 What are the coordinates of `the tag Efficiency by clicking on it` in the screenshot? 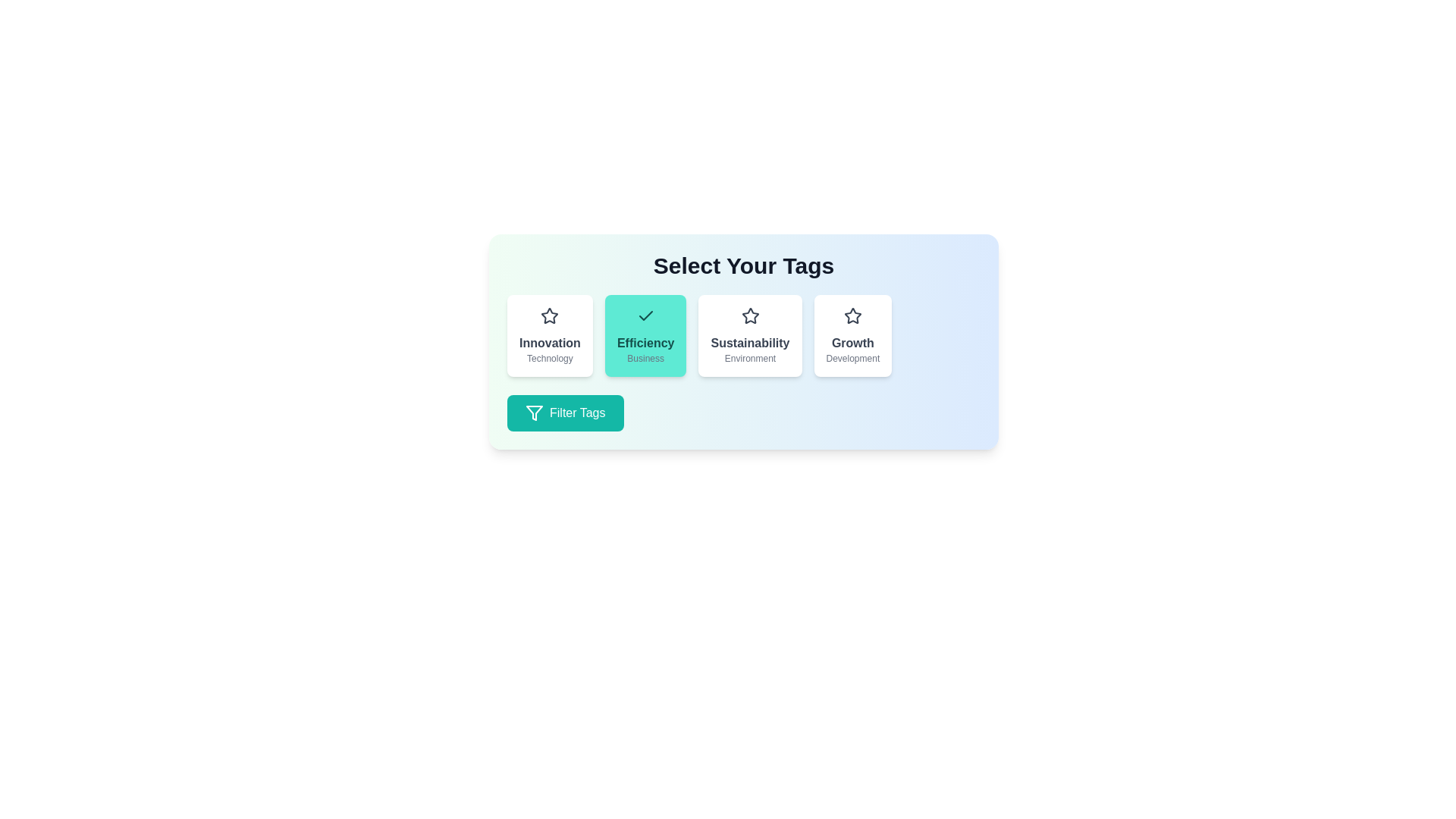 It's located at (645, 335).